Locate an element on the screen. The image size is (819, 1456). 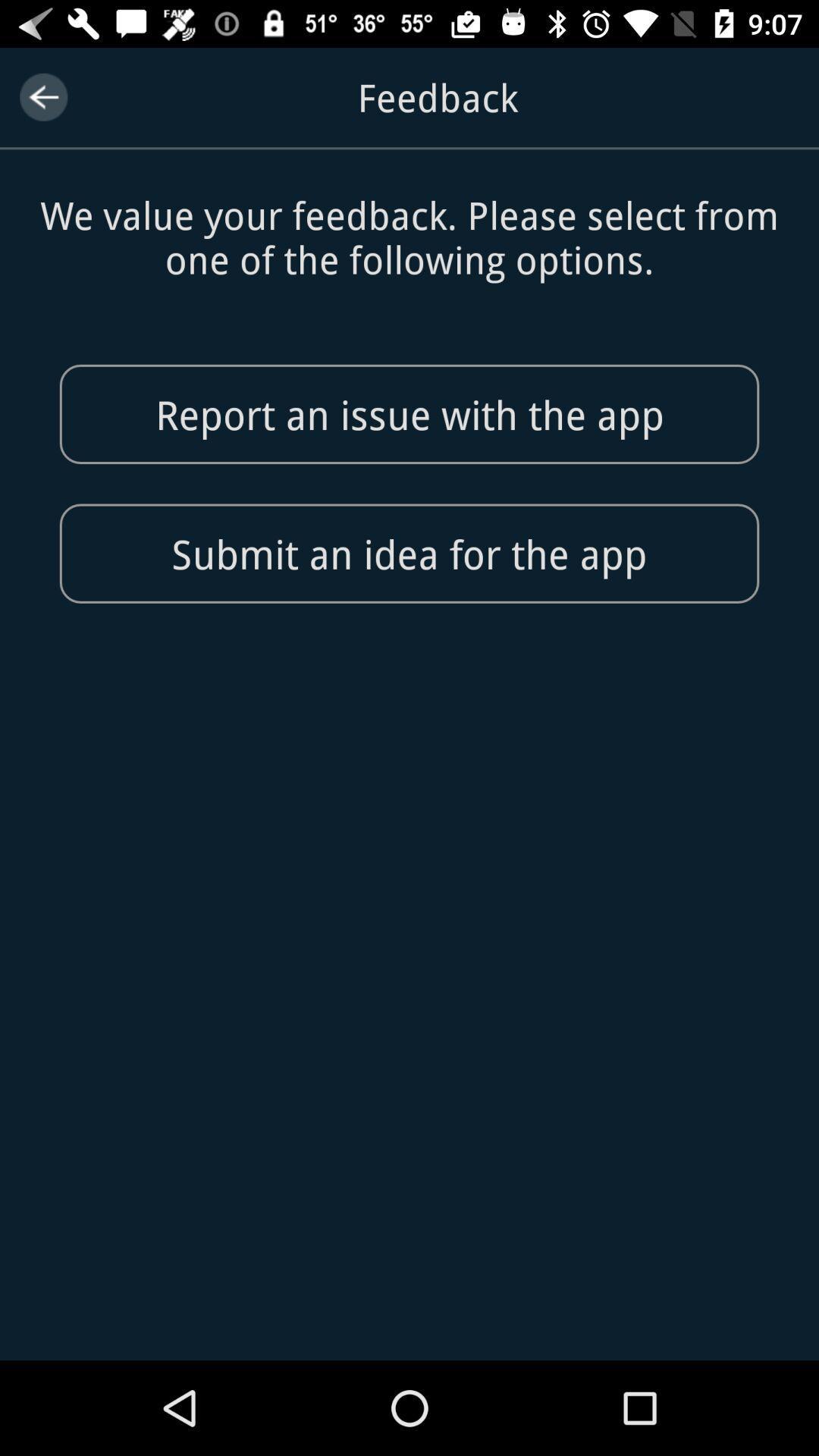
the arrow_backward icon is located at coordinates (42, 96).